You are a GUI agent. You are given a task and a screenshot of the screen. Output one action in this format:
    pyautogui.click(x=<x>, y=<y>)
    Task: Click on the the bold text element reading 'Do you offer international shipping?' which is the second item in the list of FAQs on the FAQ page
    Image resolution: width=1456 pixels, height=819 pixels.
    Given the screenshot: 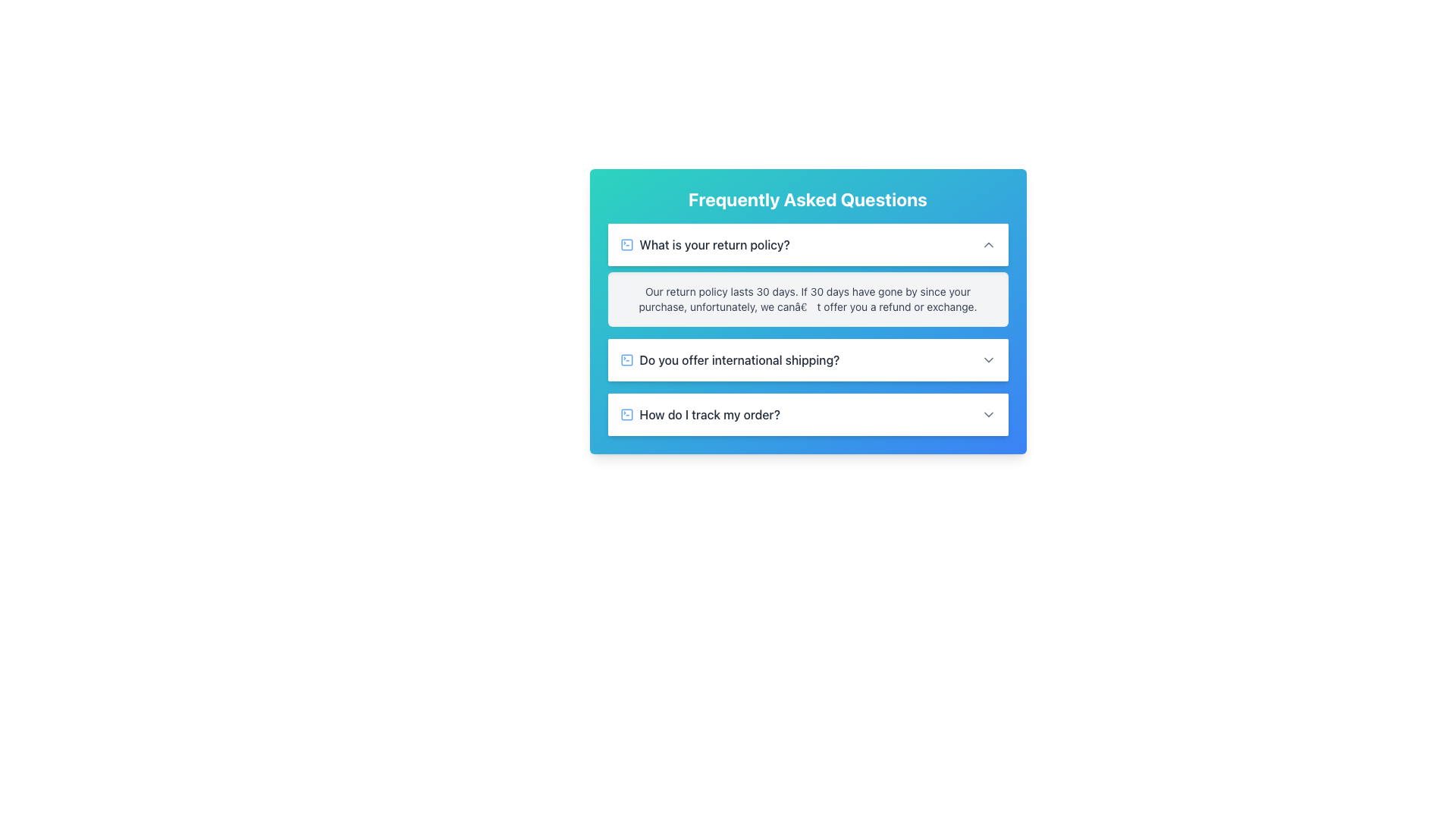 What is the action you would take?
    pyautogui.click(x=739, y=359)
    